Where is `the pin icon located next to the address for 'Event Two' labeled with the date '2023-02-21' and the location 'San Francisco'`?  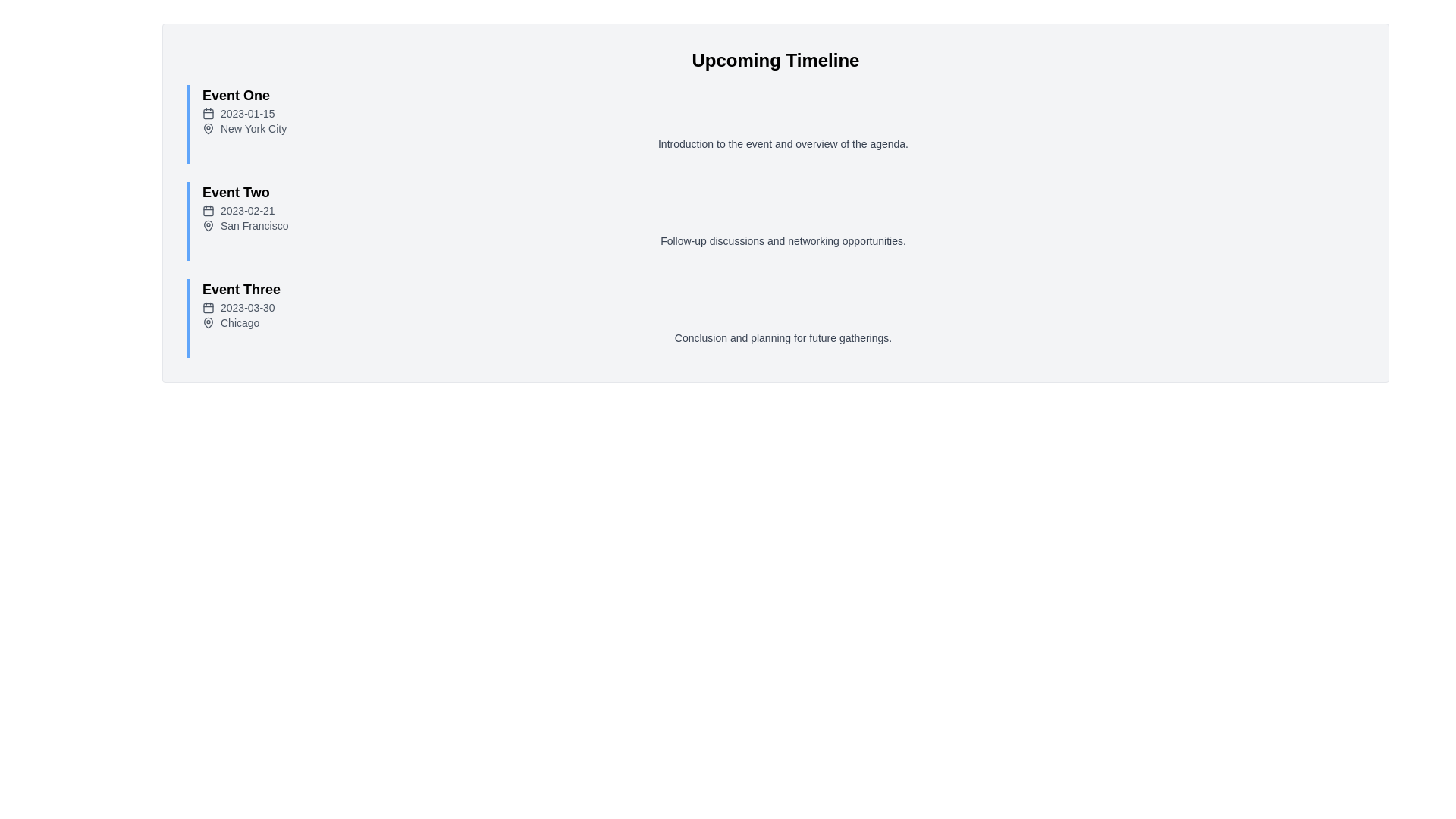
the pin icon located next to the address for 'Event Two' labeled with the date '2023-02-21' and the location 'San Francisco' is located at coordinates (207, 225).